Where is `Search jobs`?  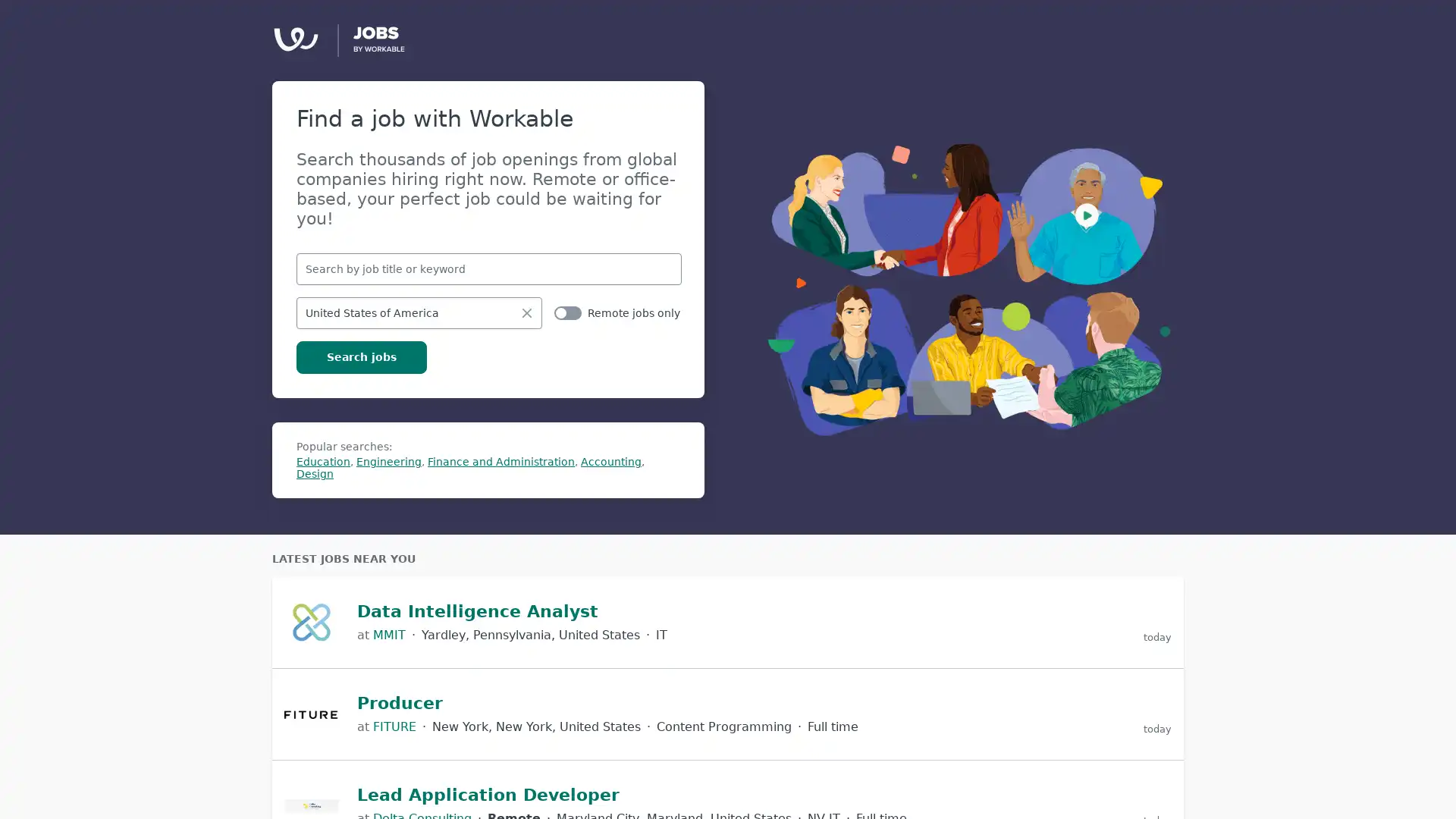
Search jobs is located at coordinates (360, 356).